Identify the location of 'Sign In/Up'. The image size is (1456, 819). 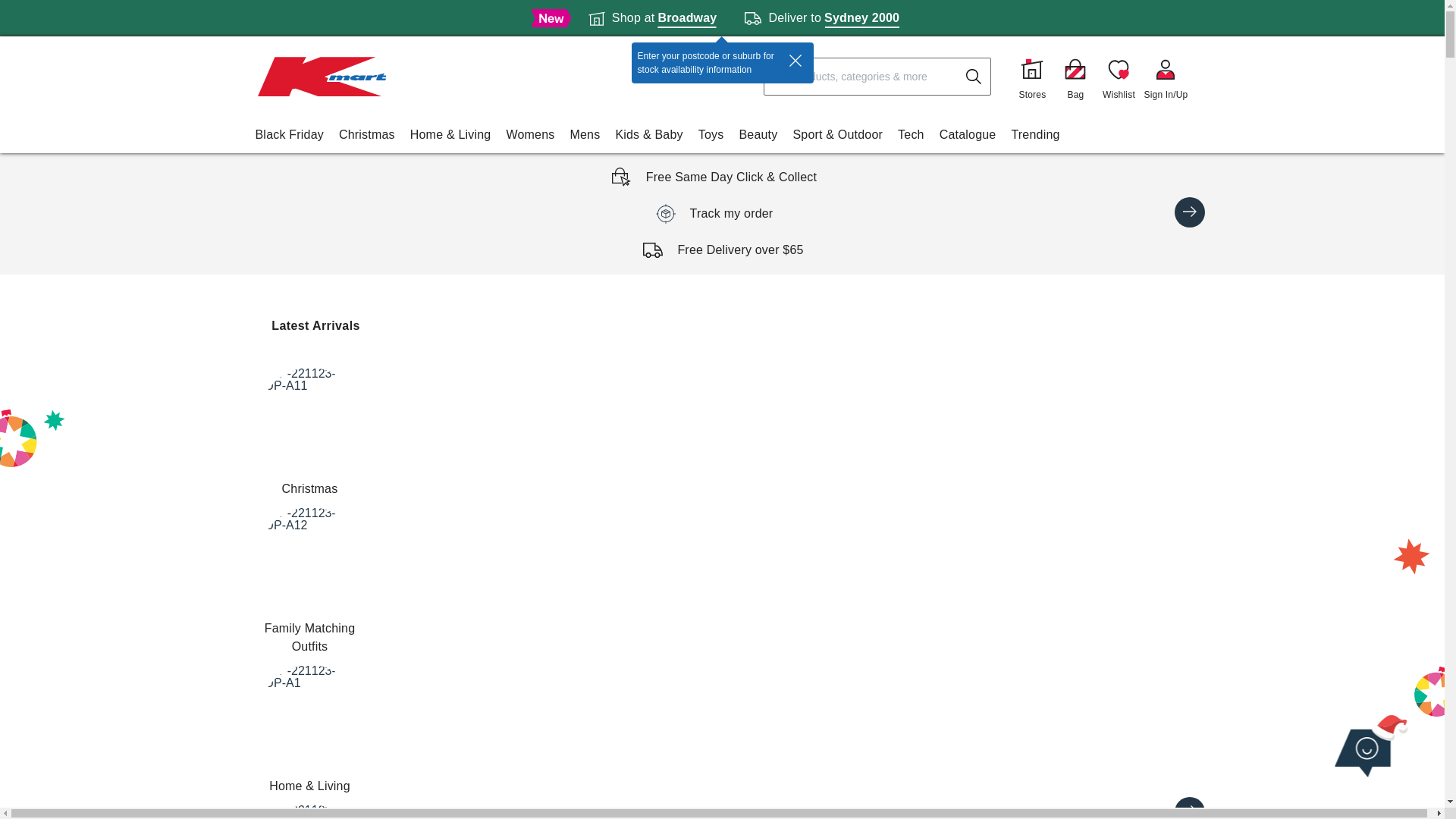
(1164, 76).